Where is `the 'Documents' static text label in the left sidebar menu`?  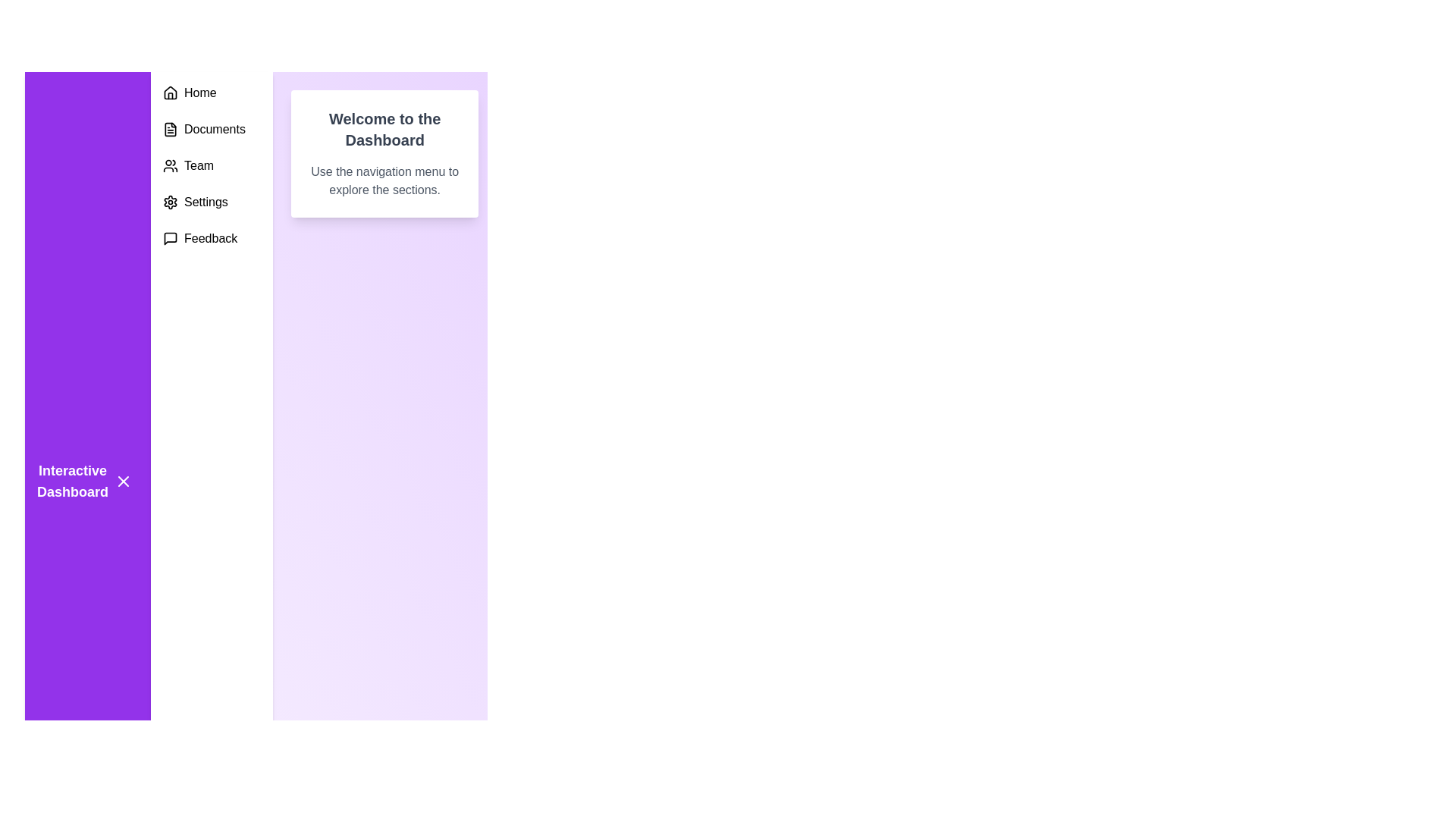
the 'Documents' static text label in the left sidebar menu is located at coordinates (214, 128).